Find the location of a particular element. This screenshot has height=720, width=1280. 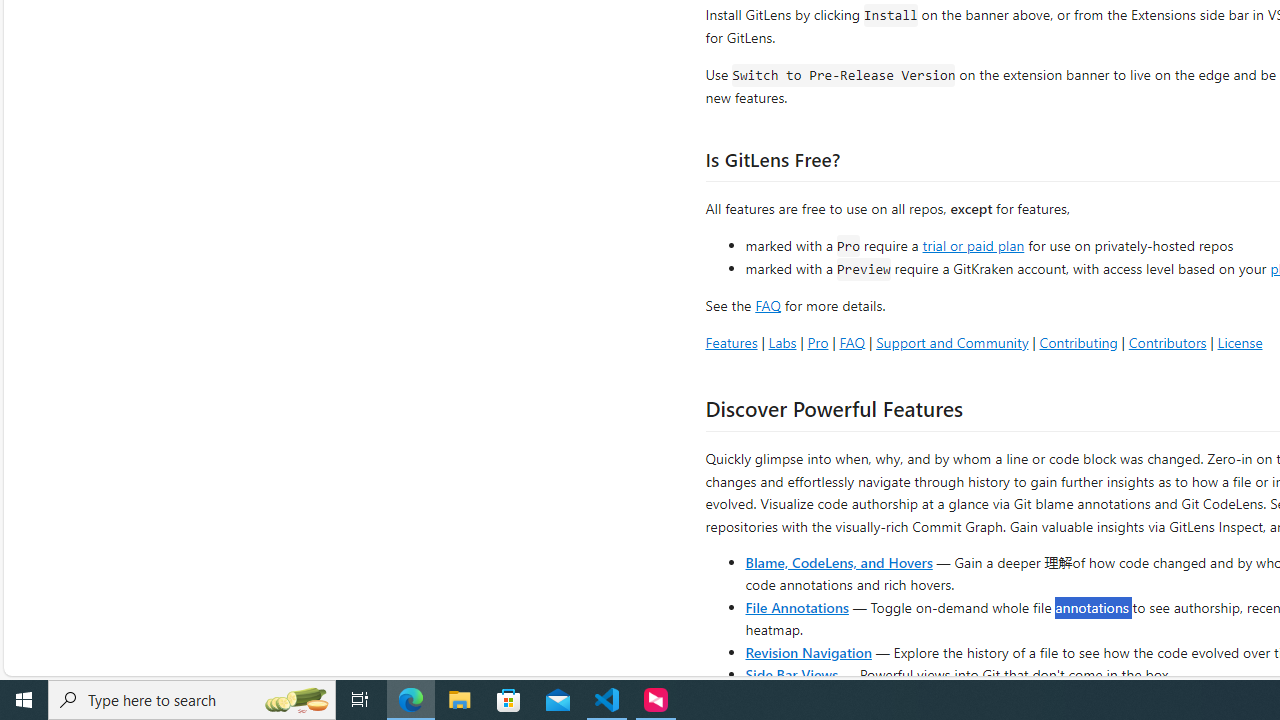

'Labs' is located at coordinates (781, 341).